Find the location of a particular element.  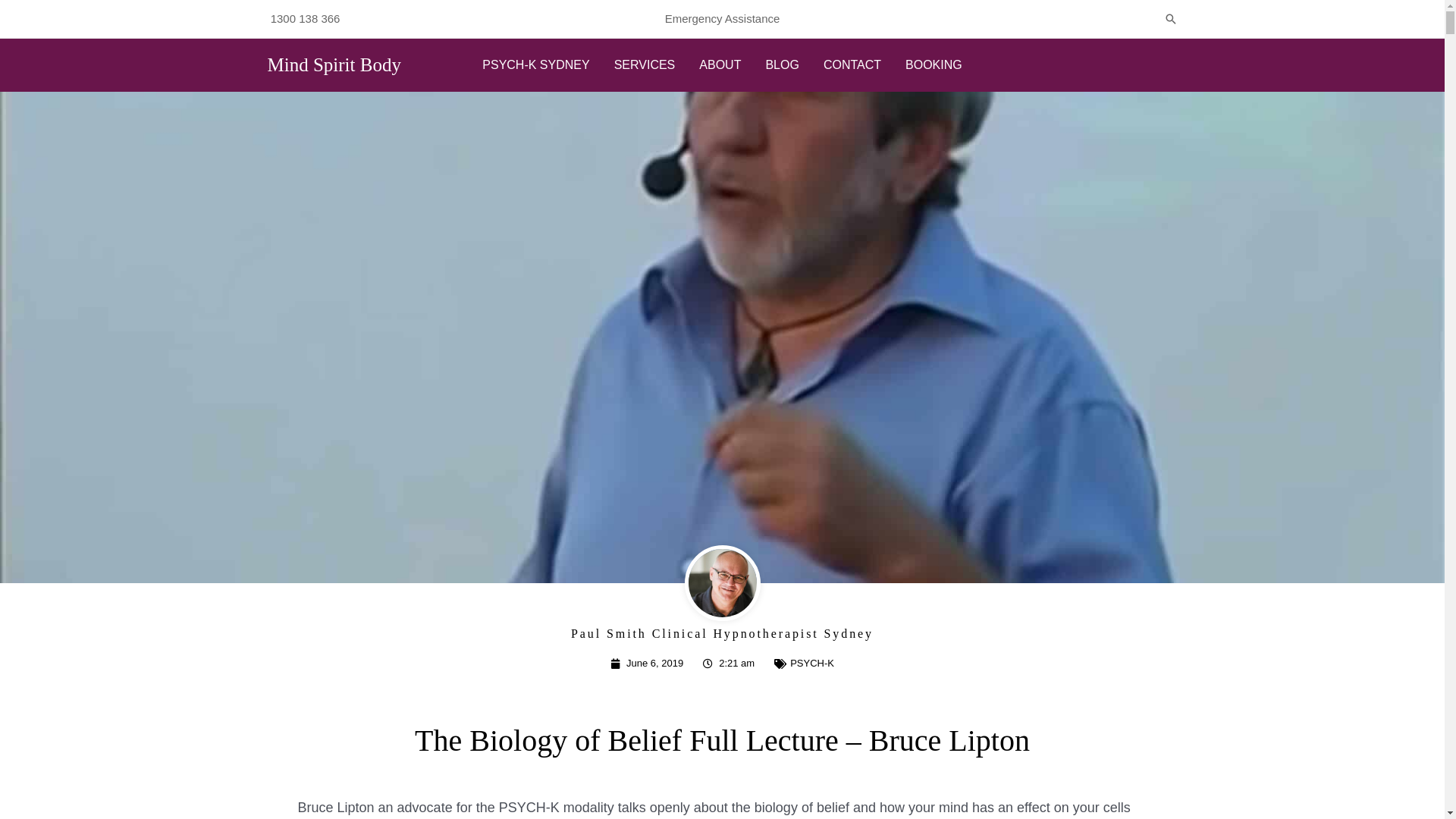

'PSYCH-K' is located at coordinates (811, 662).